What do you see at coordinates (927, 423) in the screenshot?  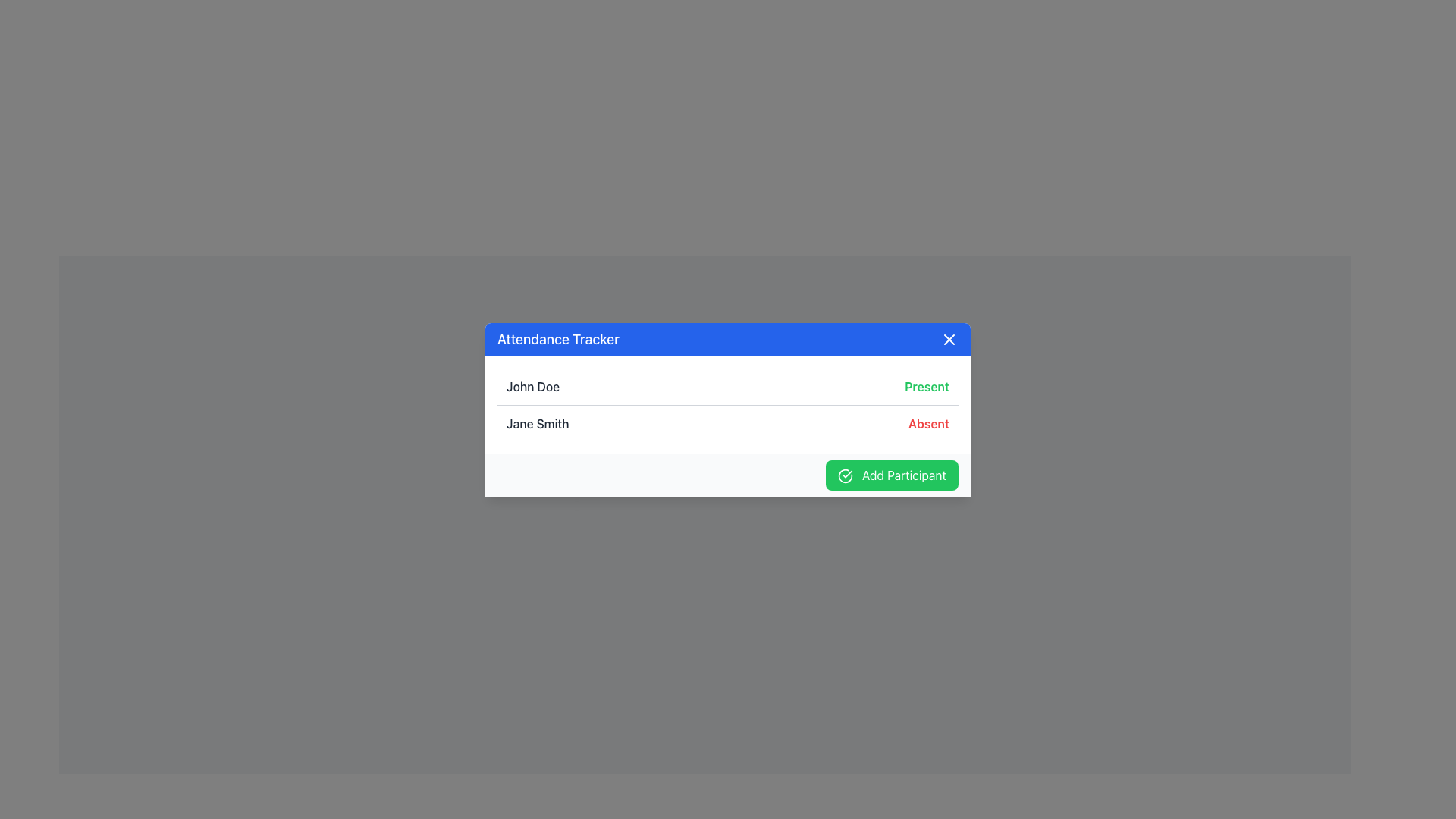 I see `the status indicator text label that shows 'absent' for 'Jane Smith', located to the right of her name in the second row of the table-like interface` at bounding box center [927, 423].